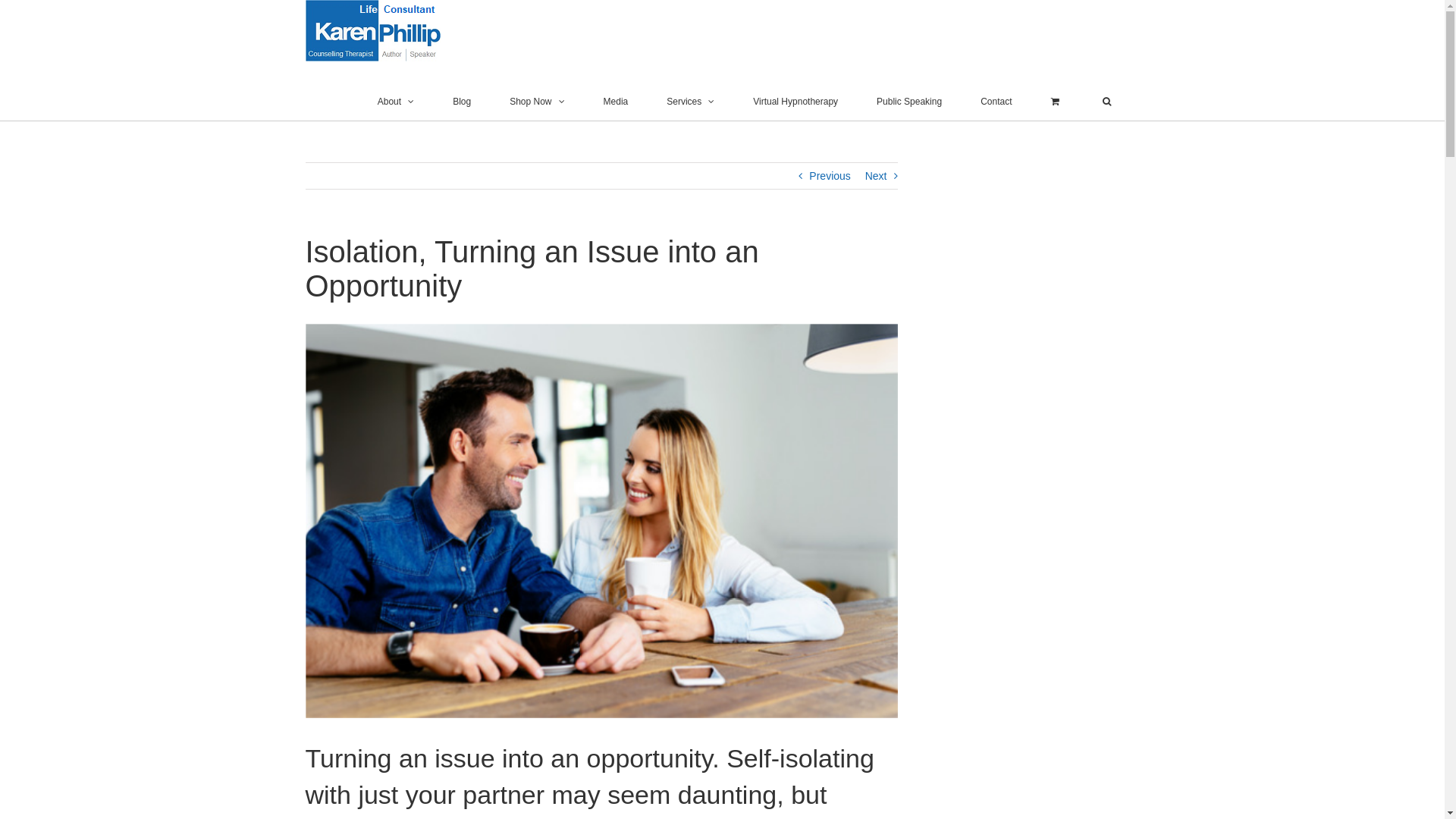  Describe the element at coordinates (795, 102) in the screenshot. I see `'Virtual Hypnotherapy'` at that location.